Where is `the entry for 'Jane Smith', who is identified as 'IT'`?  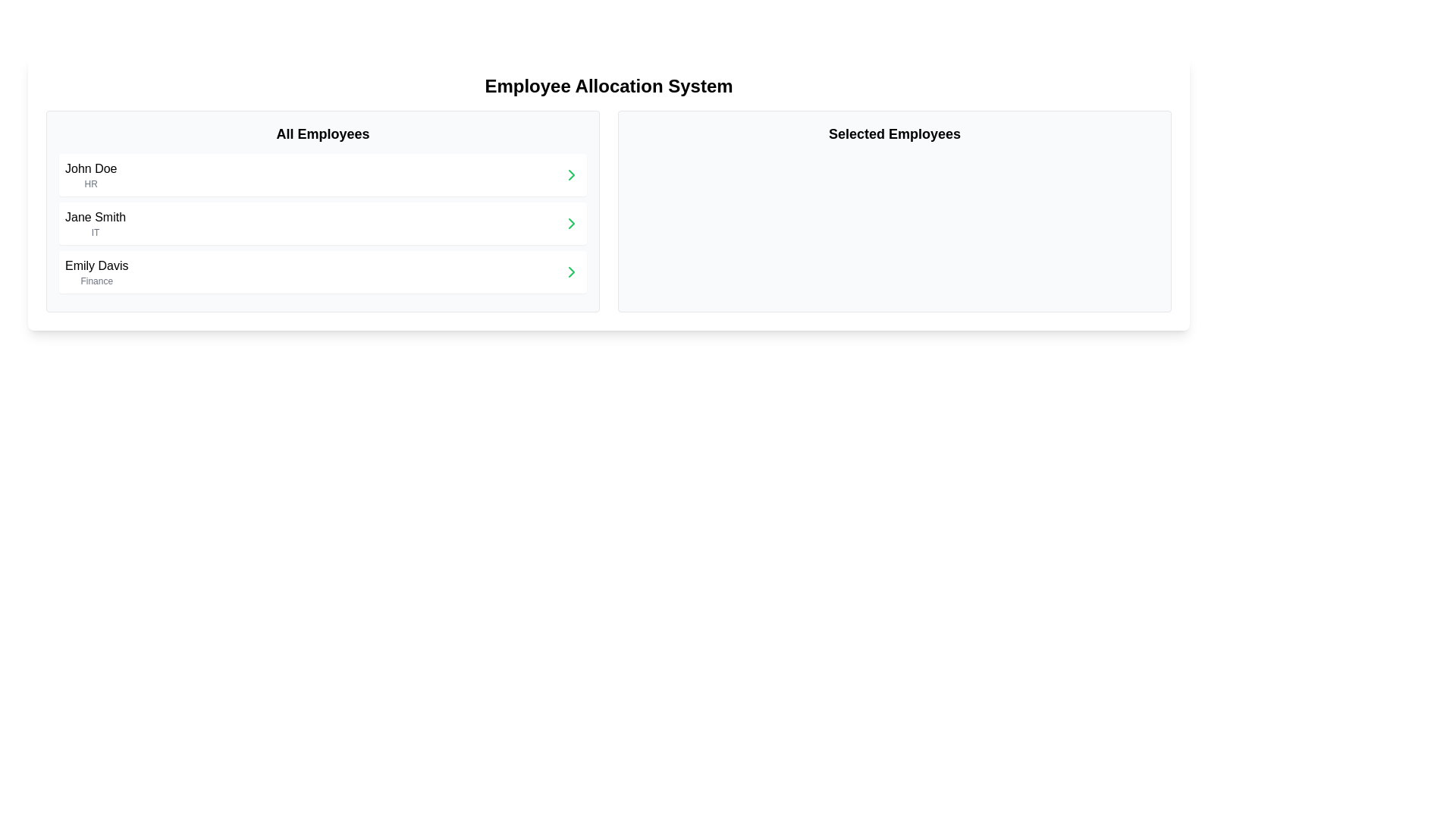 the entry for 'Jane Smith', who is identified as 'IT' is located at coordinates (94, 223).